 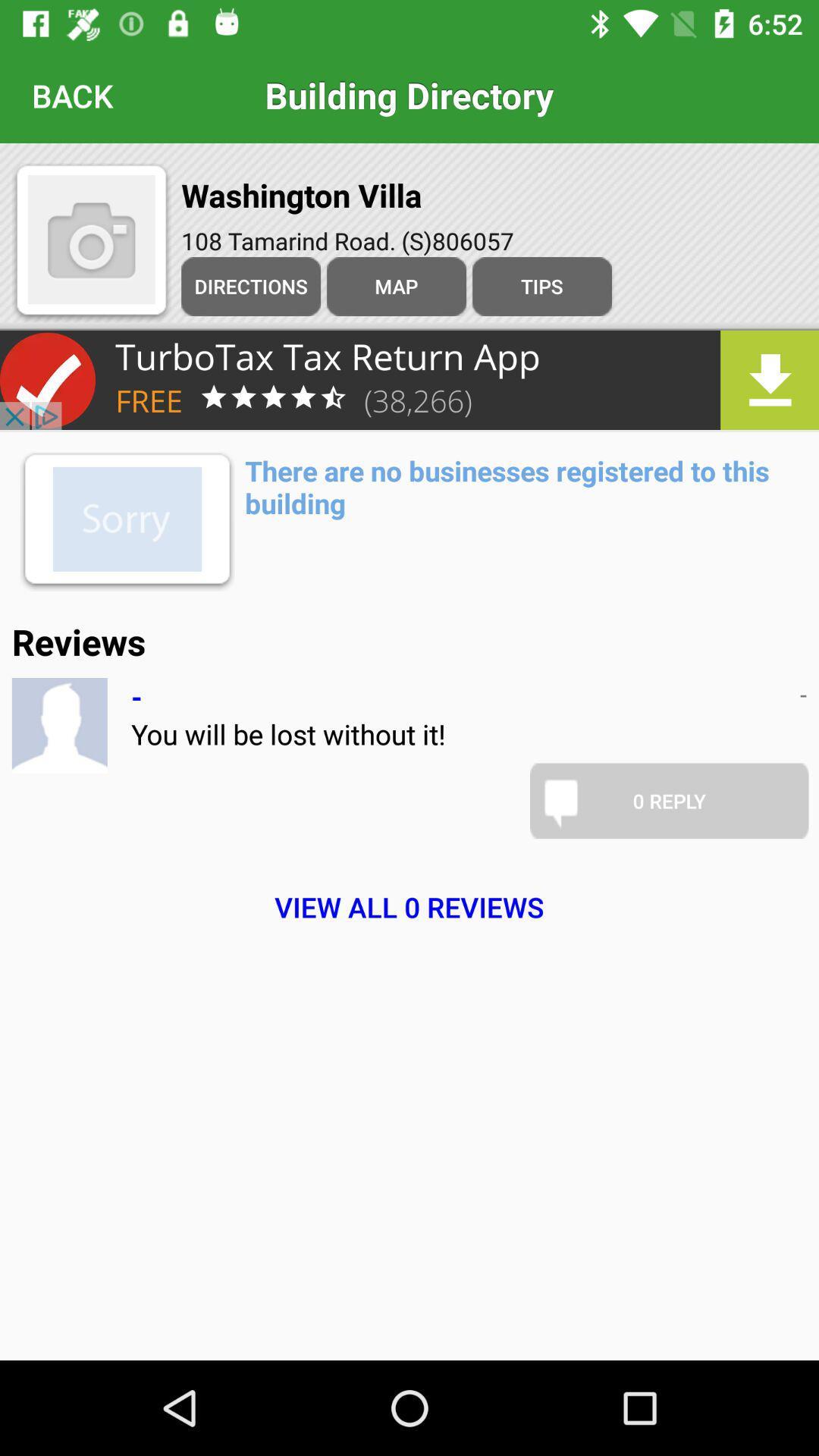 I want to click on the photo icon, so click(x=91, y=243).